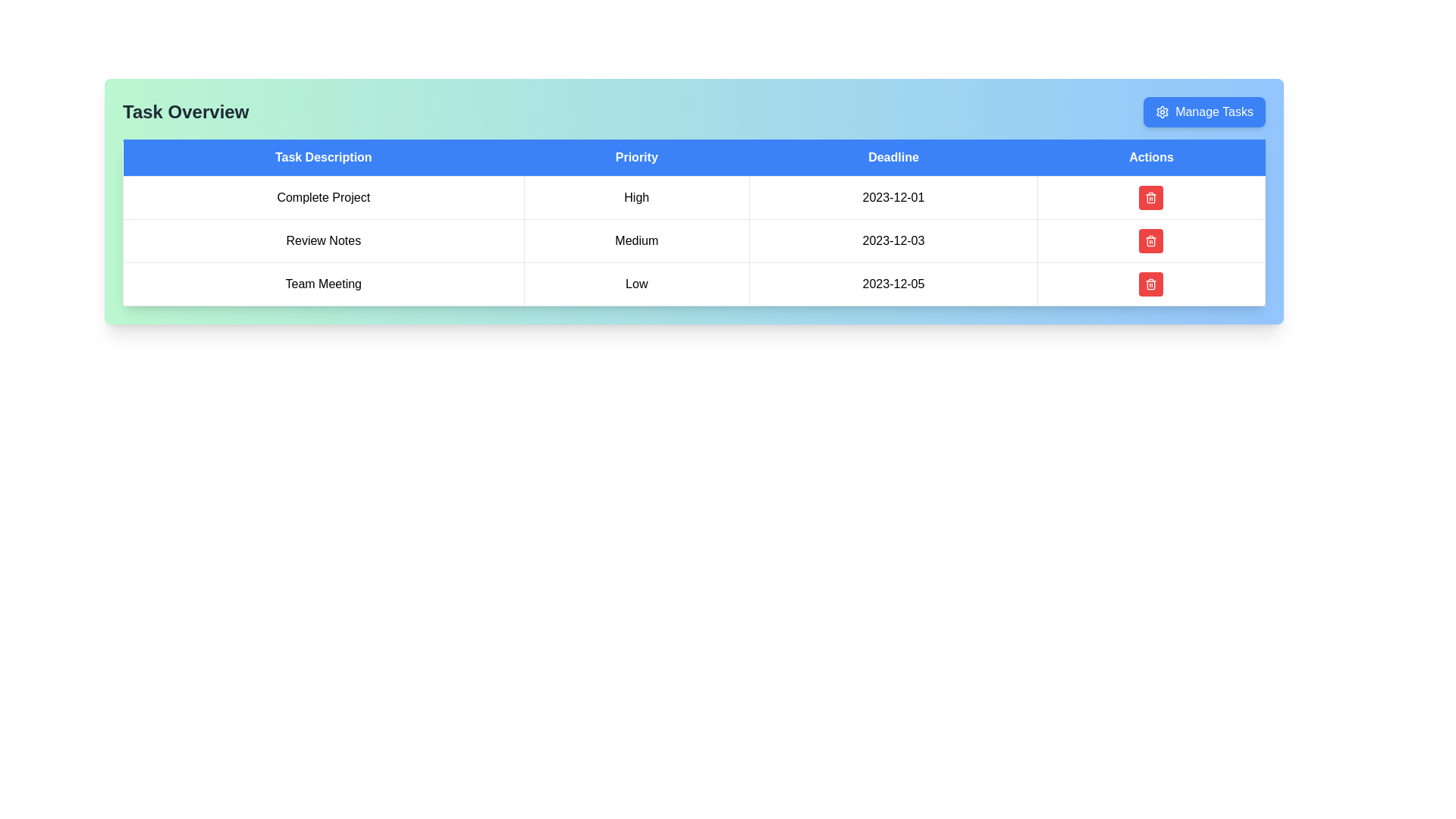  Describe the element at coordinates (1151, 240) in the screenshot. I see `the square red button with a trash icon in the 'Actions' column of the table, corresponding to the task with a deadline of '2023-12-03'` at that location.